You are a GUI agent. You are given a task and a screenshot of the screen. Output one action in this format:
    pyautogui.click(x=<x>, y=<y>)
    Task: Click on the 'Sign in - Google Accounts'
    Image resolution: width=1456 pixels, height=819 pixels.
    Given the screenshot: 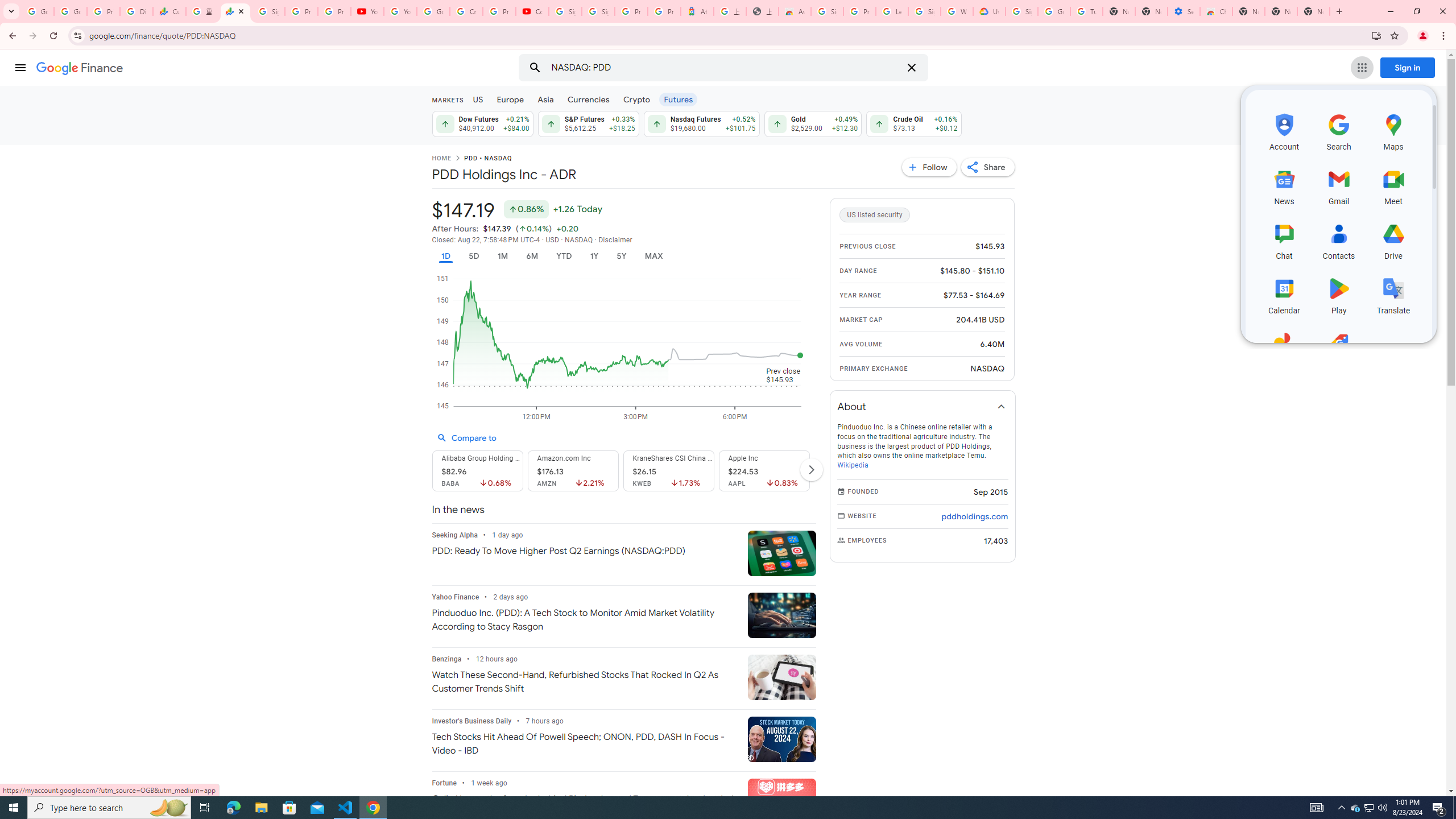 What is the action you would take?
    pyautogui.click(x=924, y=11)
    